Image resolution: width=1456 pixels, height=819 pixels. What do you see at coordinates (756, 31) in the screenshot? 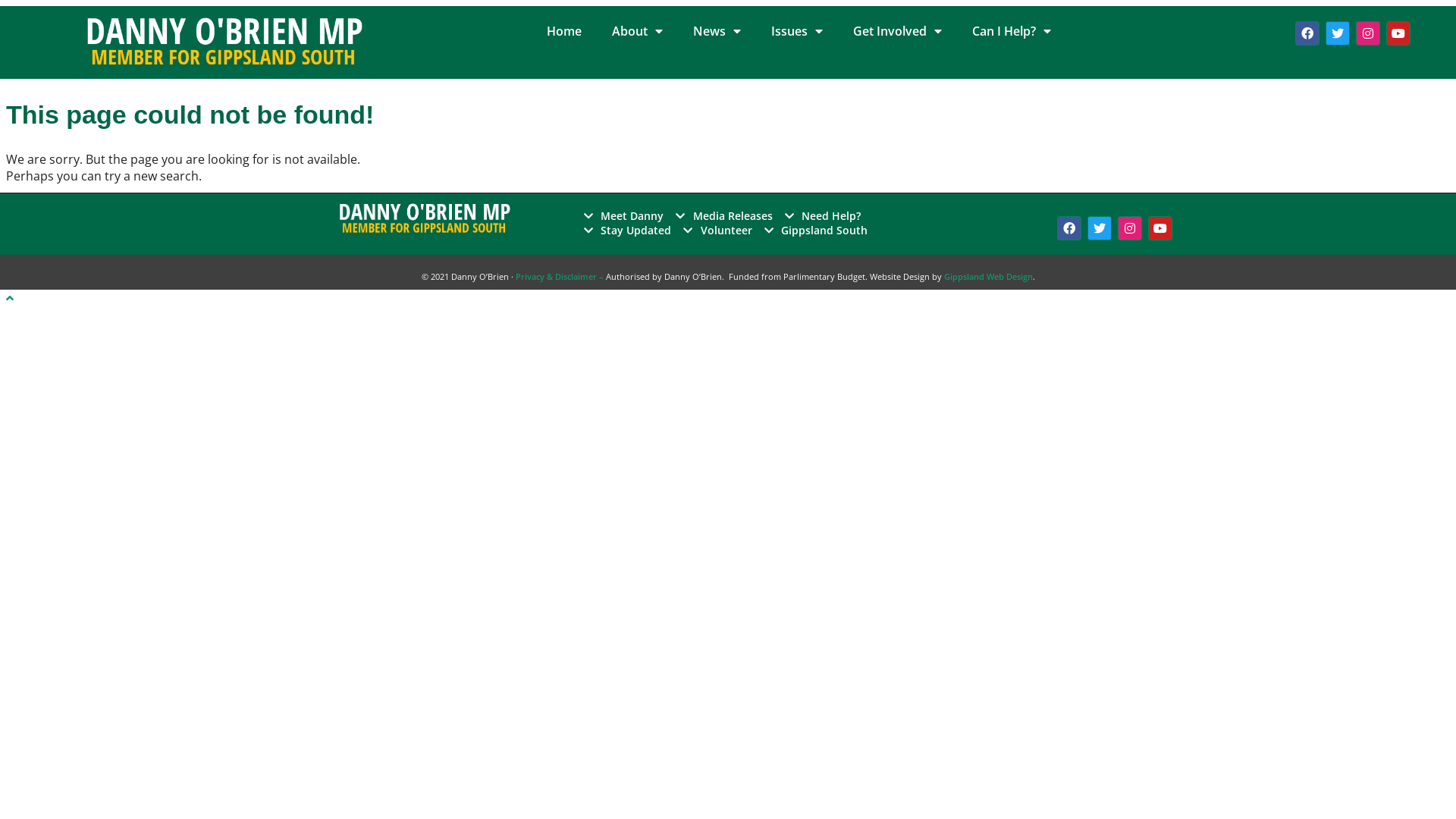
I see `'Issues'` at bounding box center [756, 31].